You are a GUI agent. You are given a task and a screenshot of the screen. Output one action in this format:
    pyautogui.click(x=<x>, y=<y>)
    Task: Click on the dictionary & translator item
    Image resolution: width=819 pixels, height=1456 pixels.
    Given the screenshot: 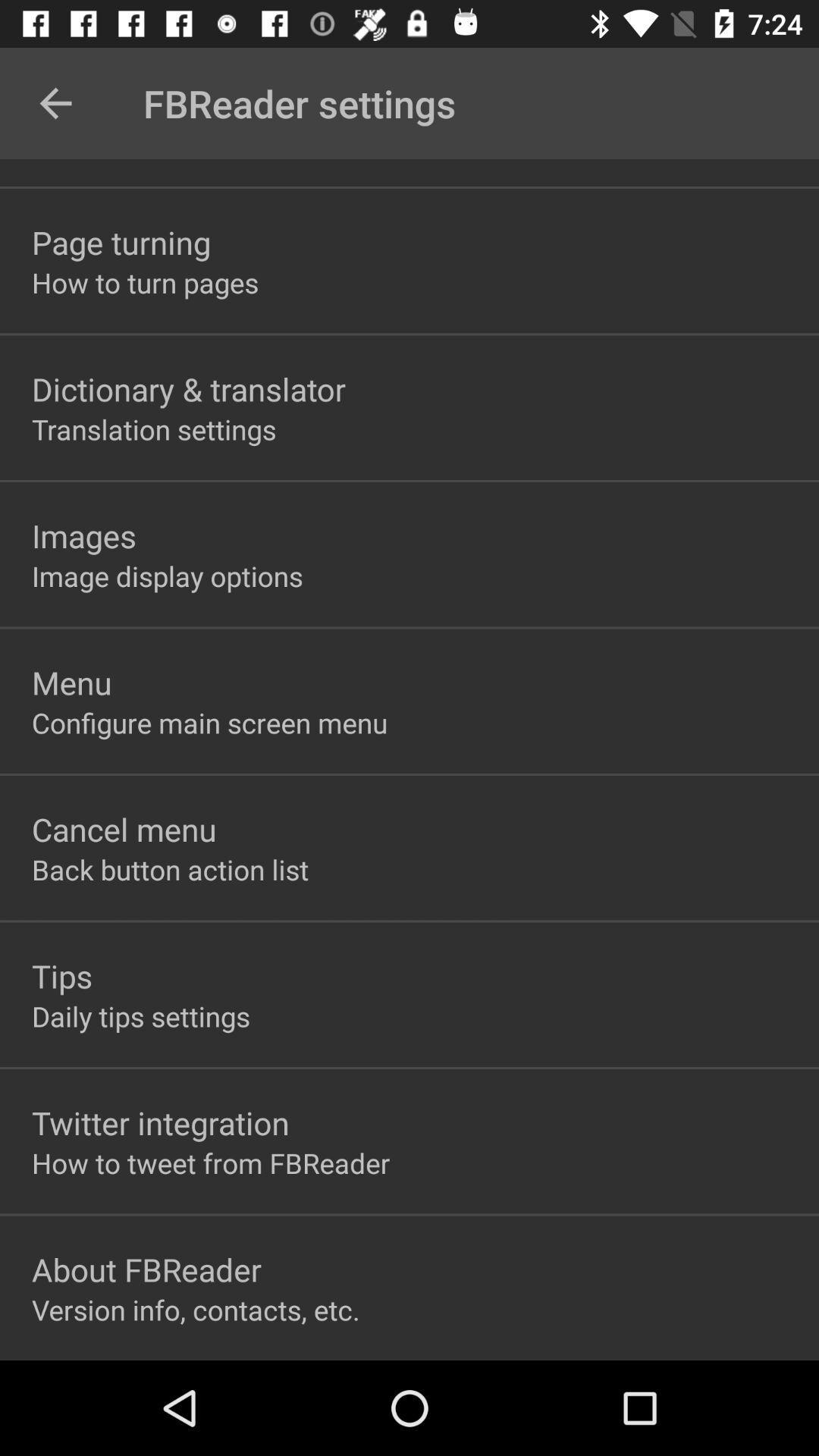 What is the action you would take?
    pyautogui.click(x=188, y=389)
    